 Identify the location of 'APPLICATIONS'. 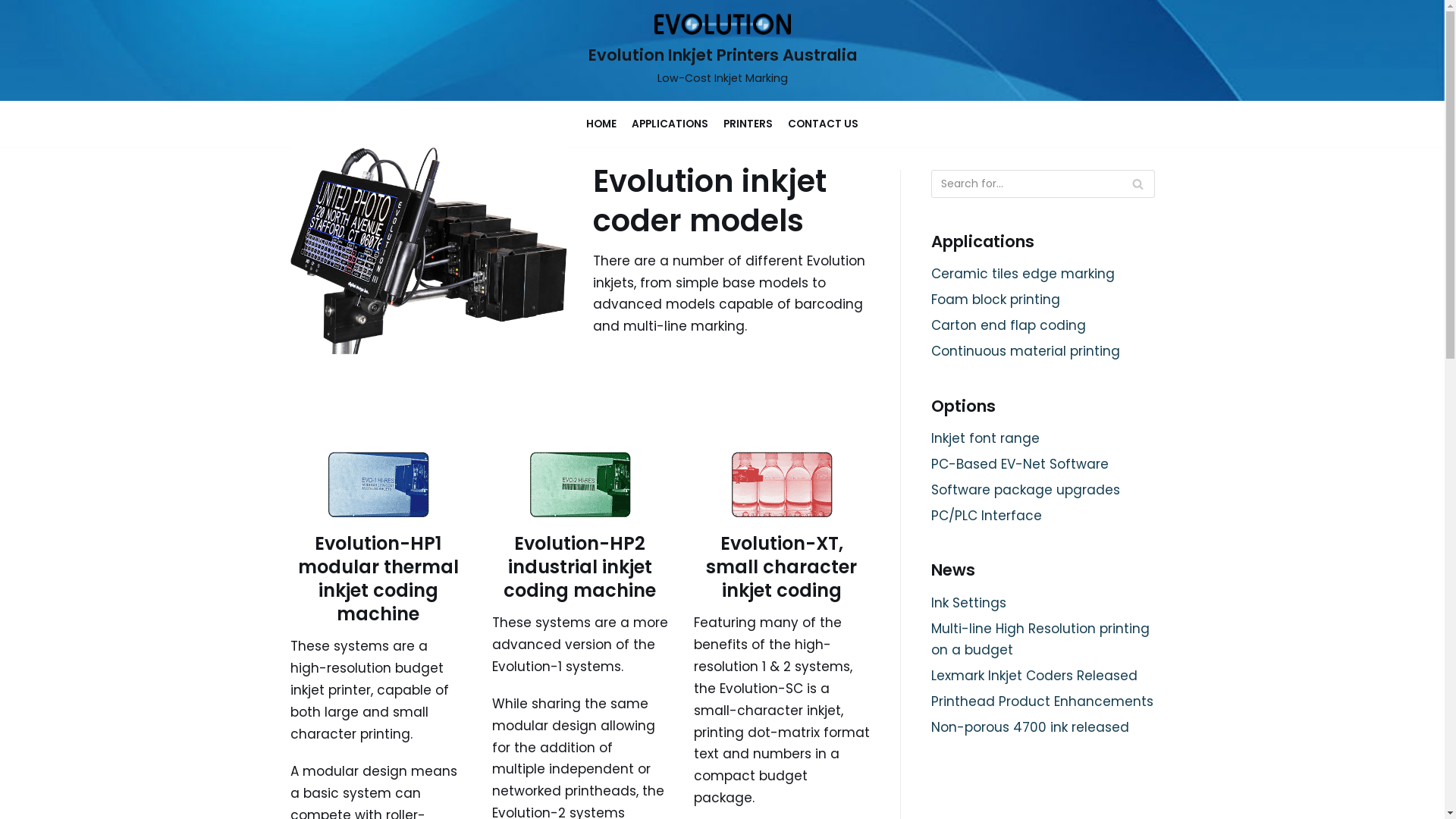
(669, 123).